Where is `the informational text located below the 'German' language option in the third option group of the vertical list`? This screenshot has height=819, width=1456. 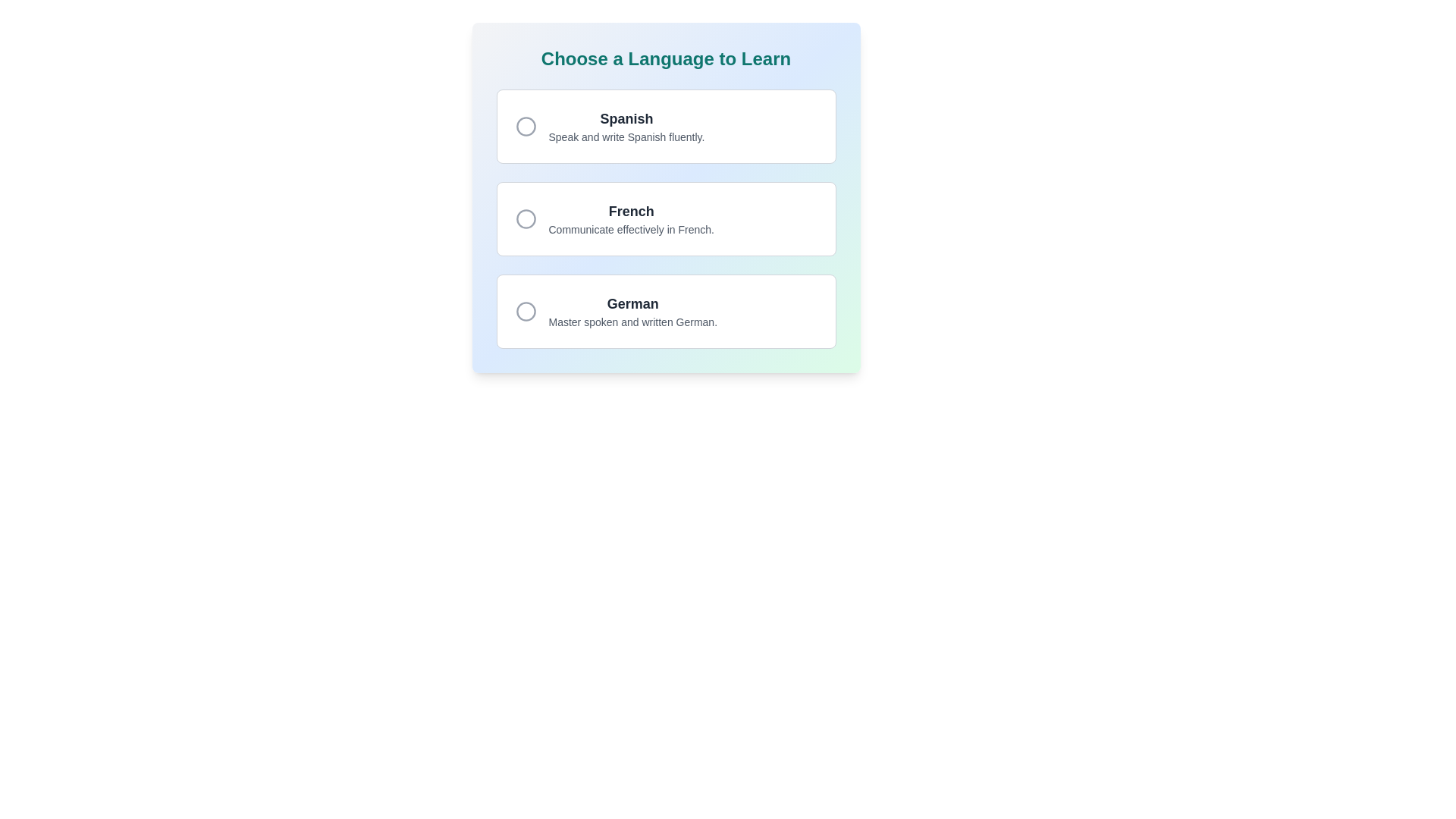 the informational text located below the 'German' language option in the third option group of the vertical list is located at coordinates (632, 321).